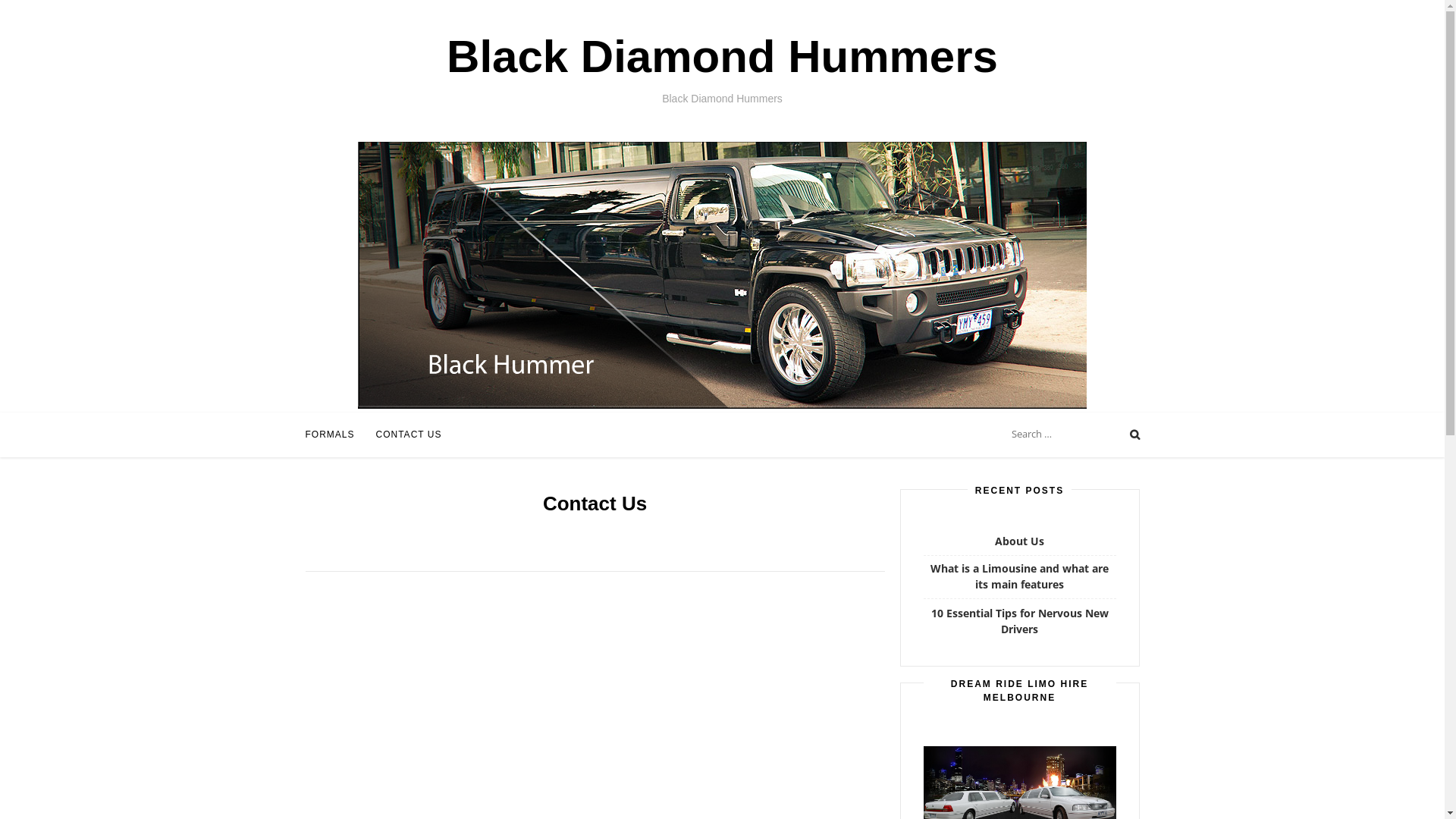 Image resolution: width=1456 pixels, height=819 pixels. Describe the element at coordinates (930, 620) in the screenshot. I see `'10 Essential Tips for Nervous New Drivers'` at that location.